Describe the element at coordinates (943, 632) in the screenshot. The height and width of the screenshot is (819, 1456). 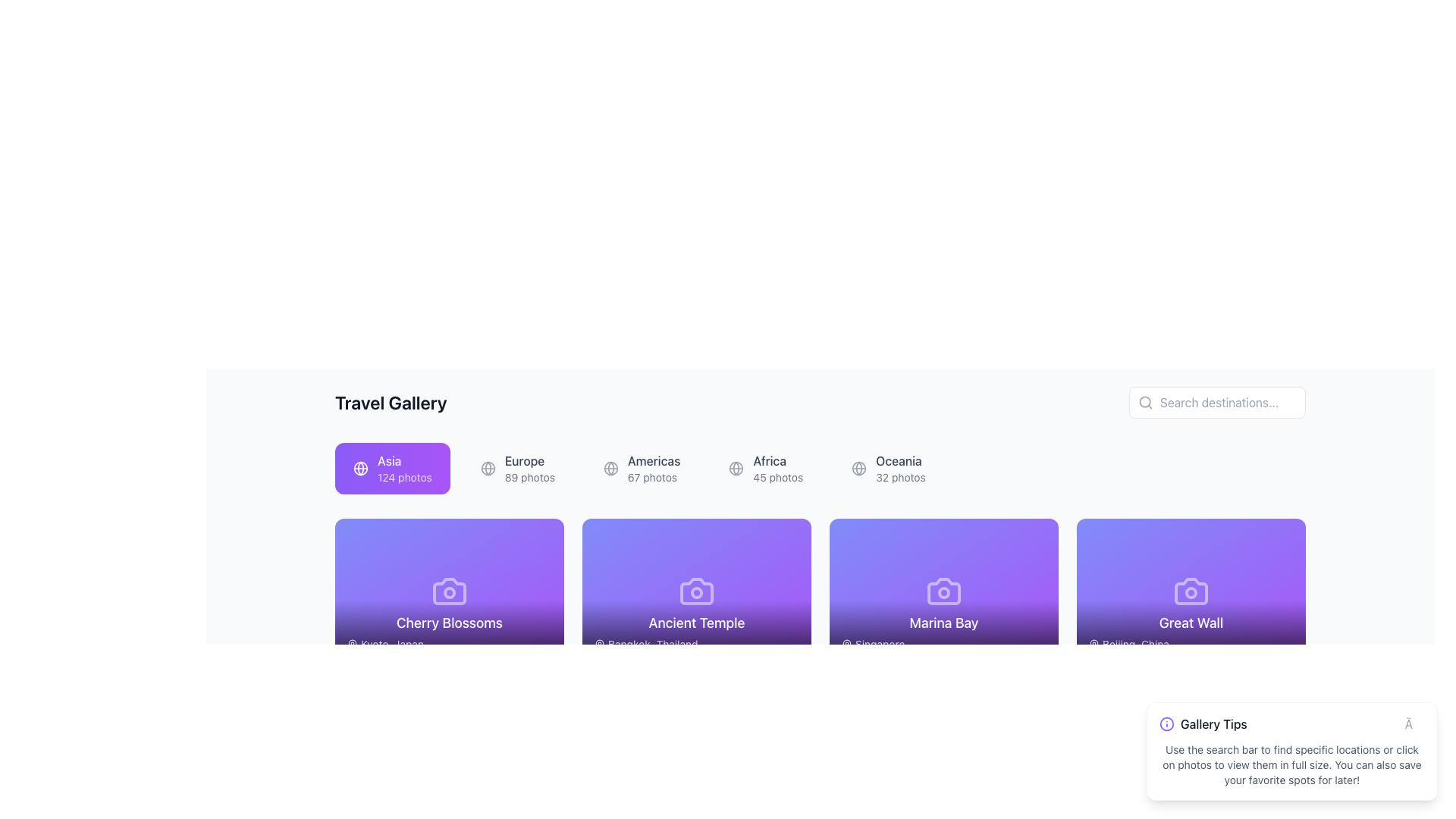
I see `text content of the Informational Overlay for 'Marina Bay' and 'Singapore', which features a black-to-transparent gradient background and includes the texts 'Marina Bay' and 'Singapore' with a pin icon` at that location.